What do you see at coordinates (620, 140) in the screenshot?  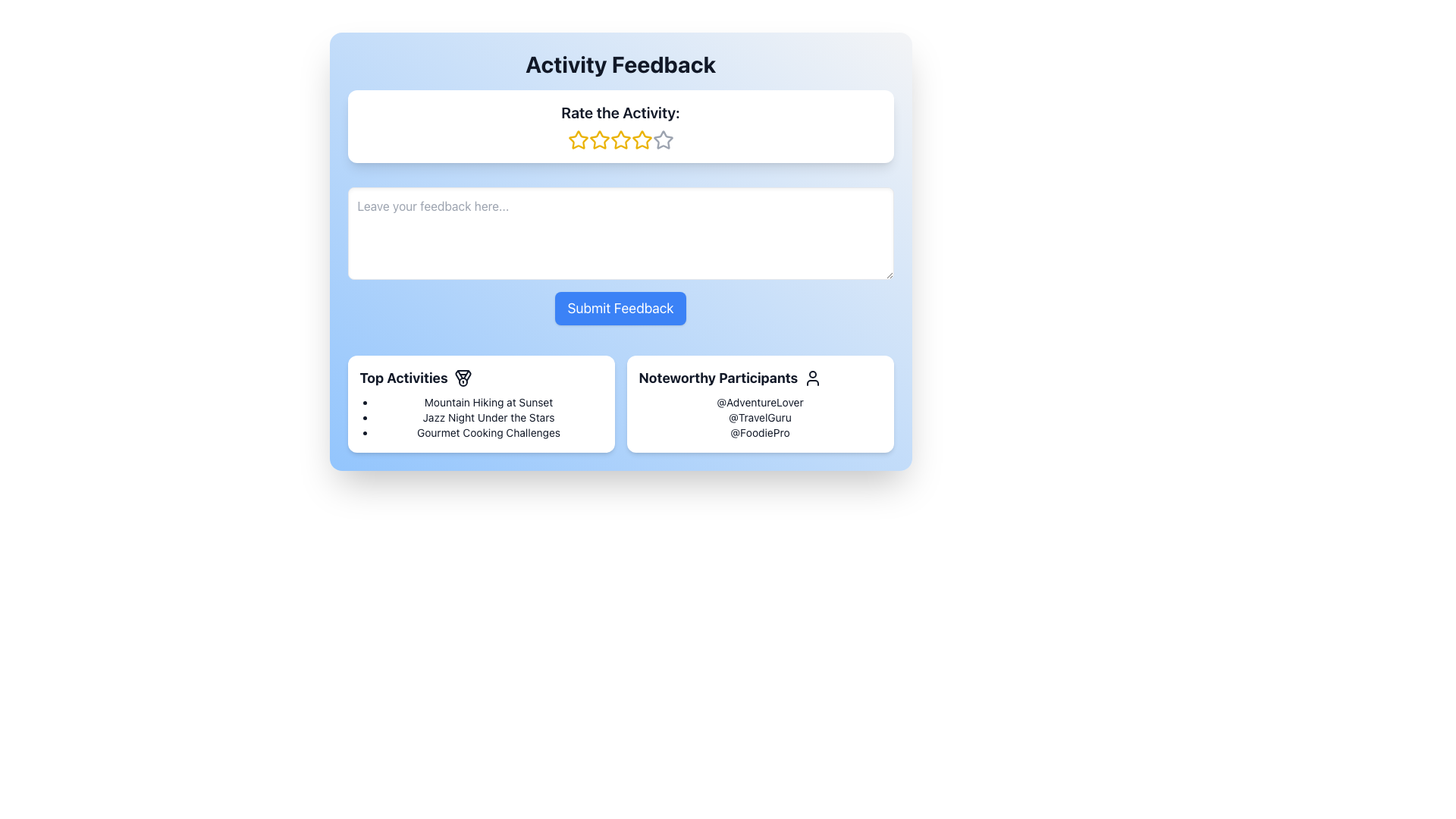 I see `the fourth rating star in the 'Rate the Activity' section` at bounding box center [620, 140].